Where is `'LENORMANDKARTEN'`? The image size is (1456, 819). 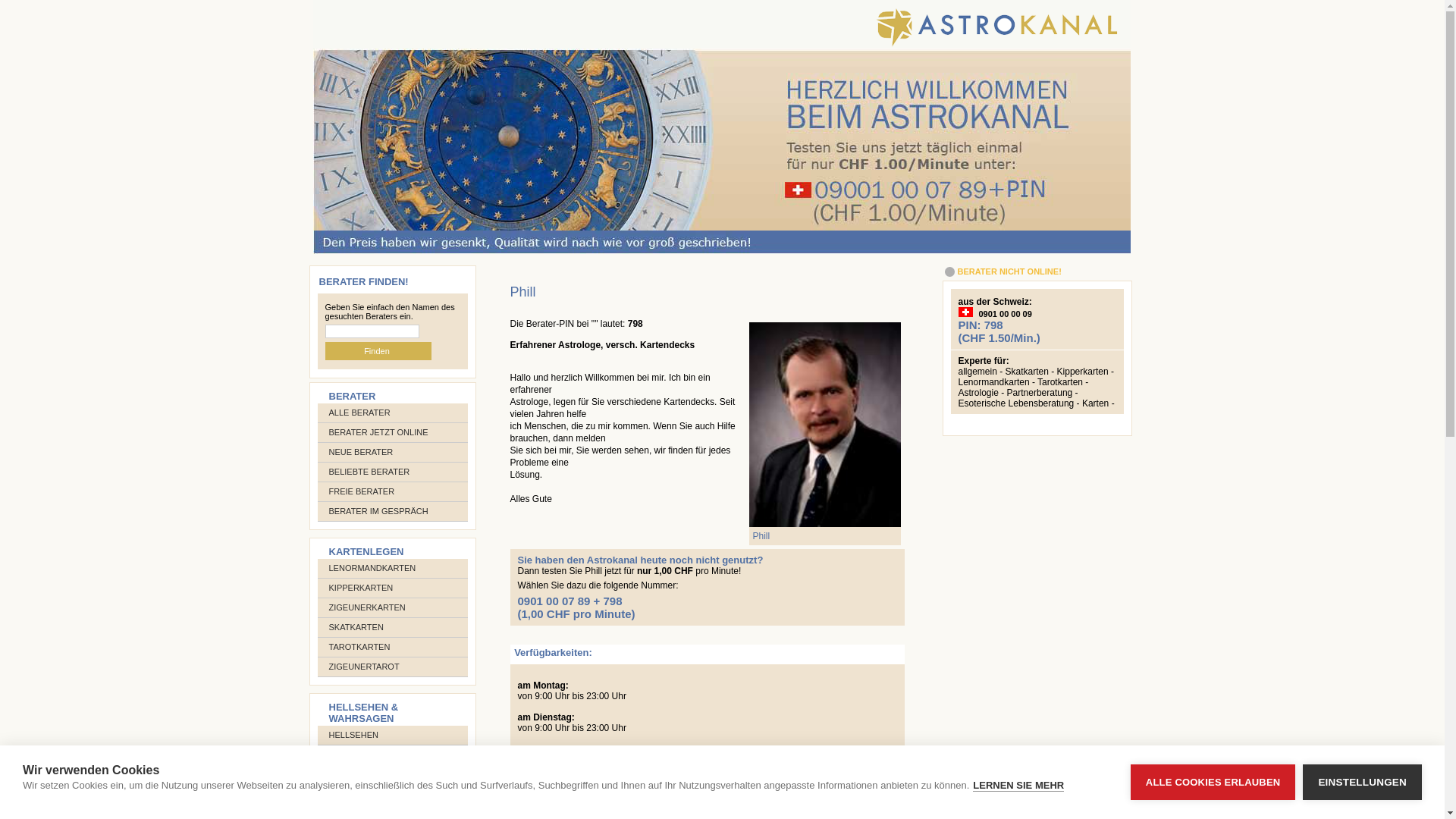 'LENORMANDKARTEN' is located at coordinates (372, 567).